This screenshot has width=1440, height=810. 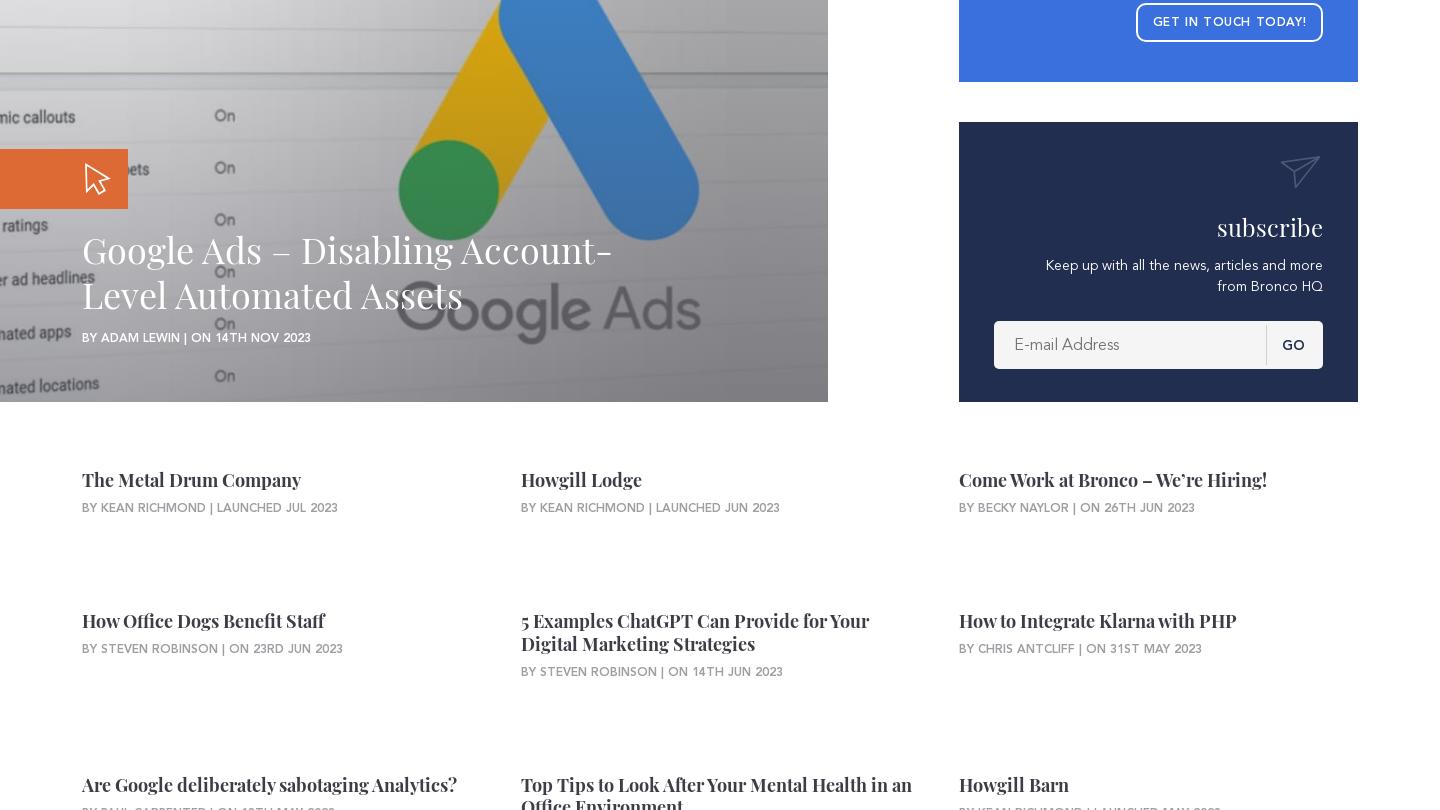 What do you see at coordinates (1292, 343) in the screenshot?
I see `'Go'` at bounding box center [1292, 343].